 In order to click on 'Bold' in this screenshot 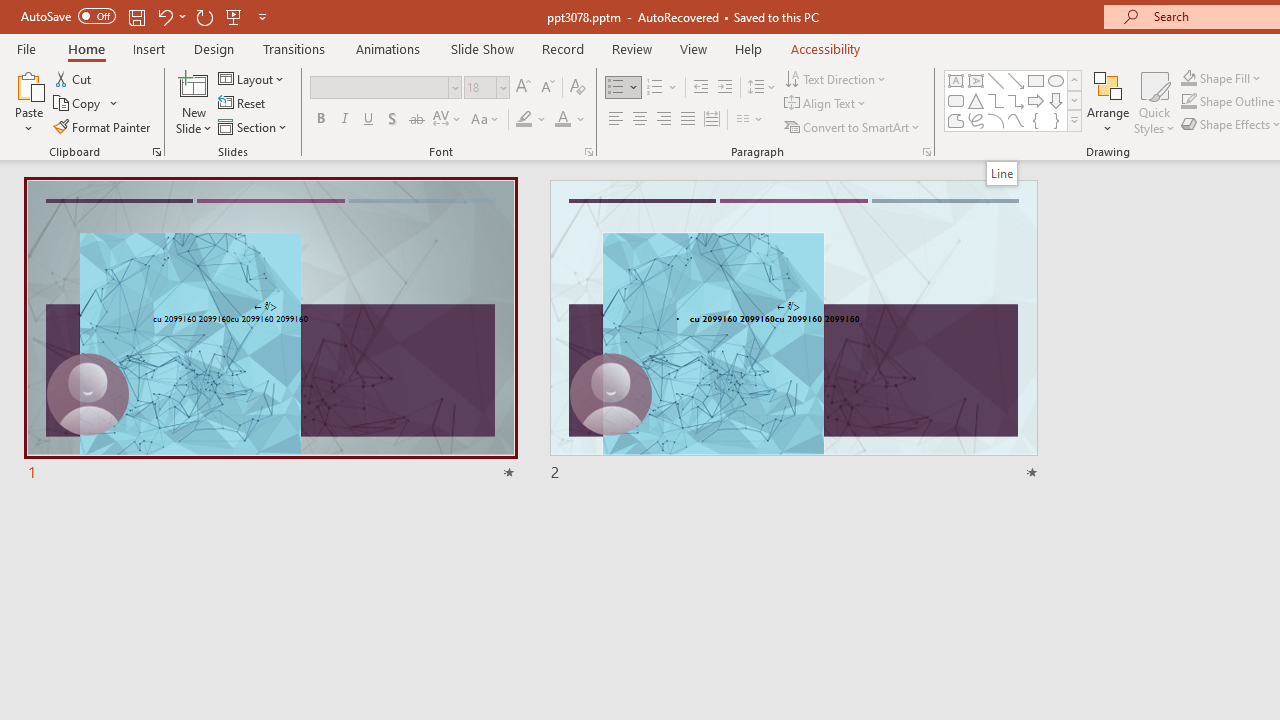, I will do `click(320, 119)`.